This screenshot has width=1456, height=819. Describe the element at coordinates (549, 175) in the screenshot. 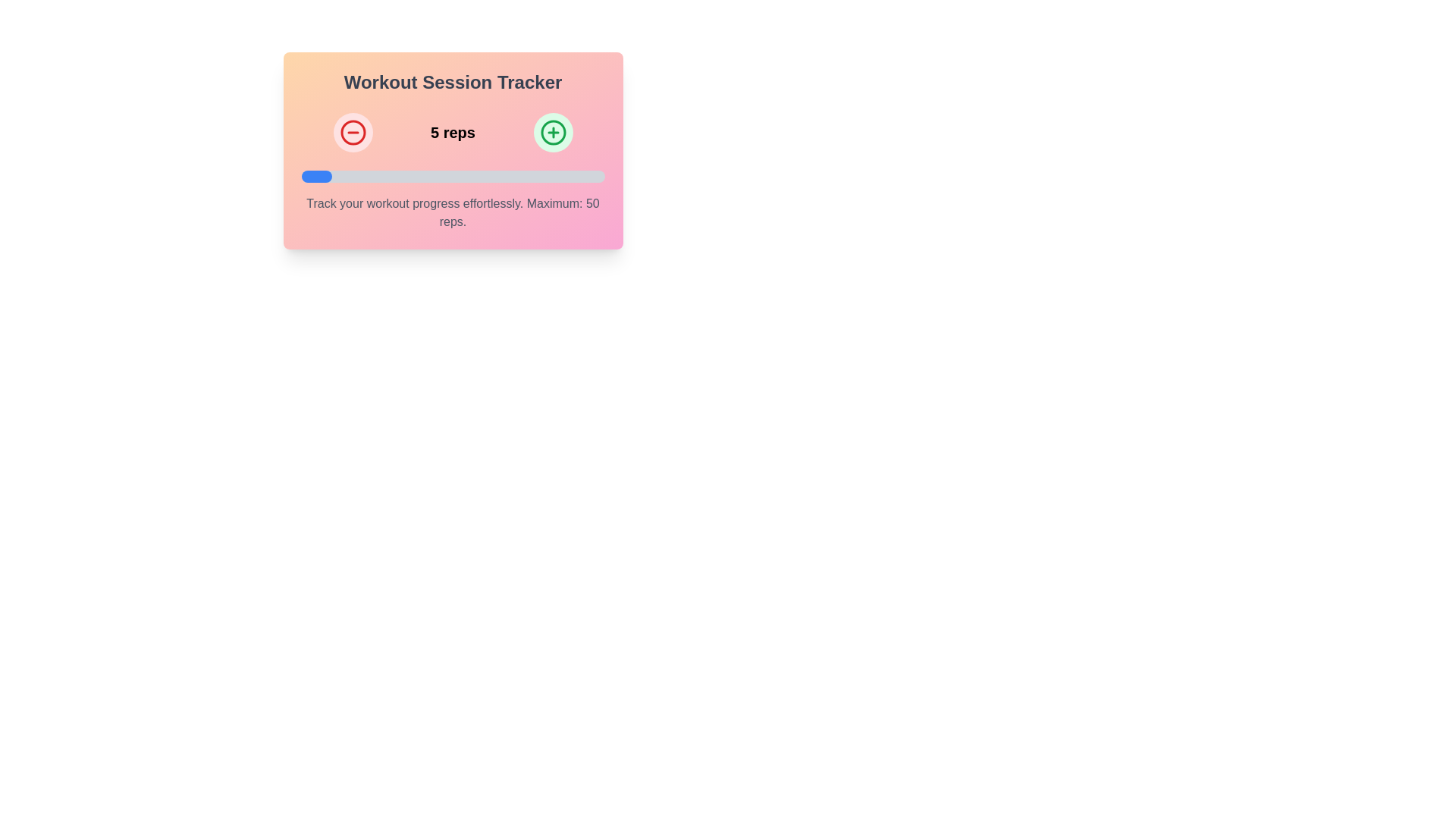

I see `slider progress` at that location.